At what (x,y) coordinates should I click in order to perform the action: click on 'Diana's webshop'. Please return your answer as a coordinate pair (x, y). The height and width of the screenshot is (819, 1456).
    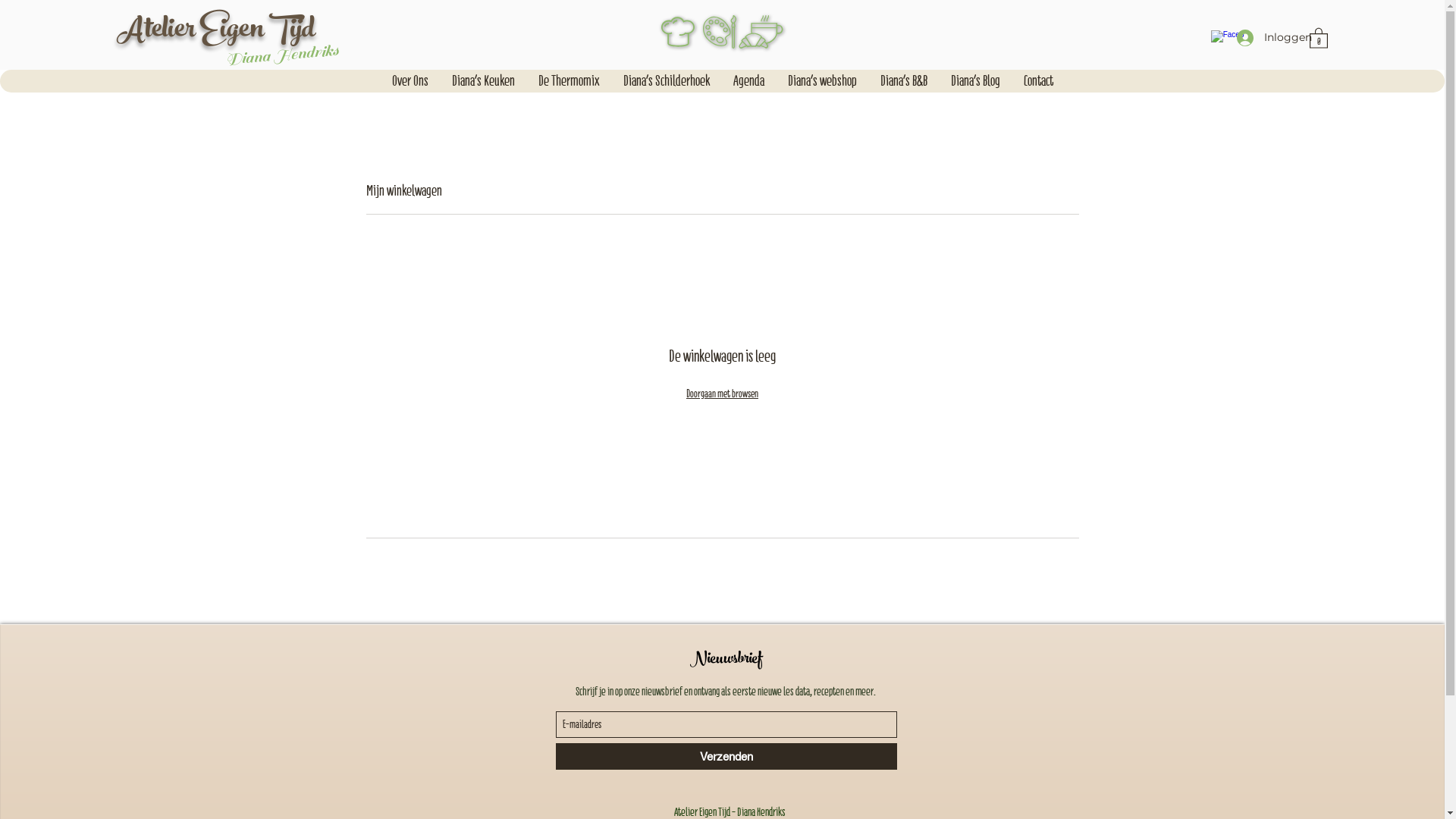
    Looking at the image, I should click on (821, 81).